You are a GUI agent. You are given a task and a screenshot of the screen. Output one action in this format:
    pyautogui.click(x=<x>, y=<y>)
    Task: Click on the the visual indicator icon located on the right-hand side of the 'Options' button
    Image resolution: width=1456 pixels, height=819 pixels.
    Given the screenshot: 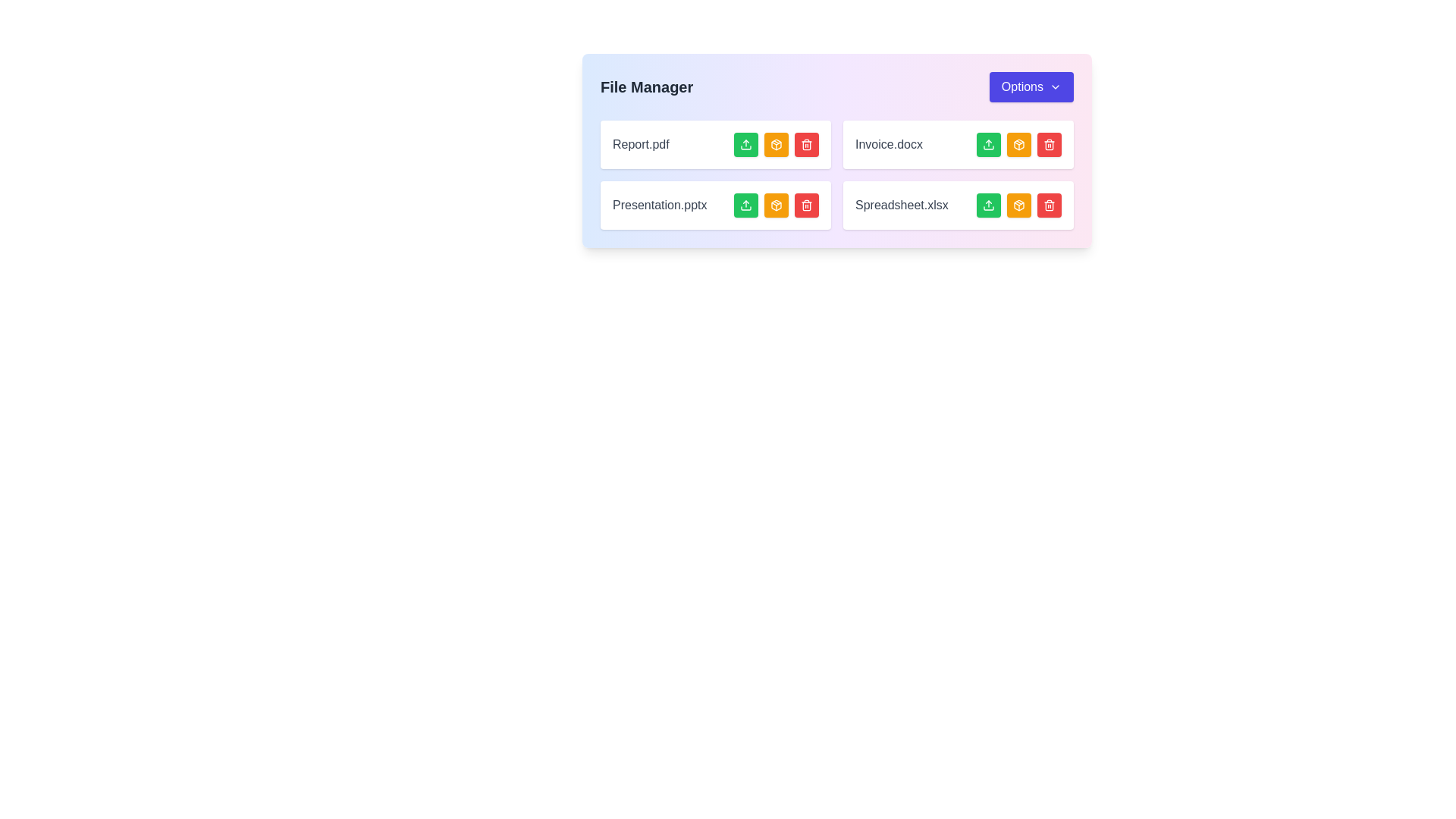 What is the action you would take?
    pyautogui.click(x=1055, y=87)
    